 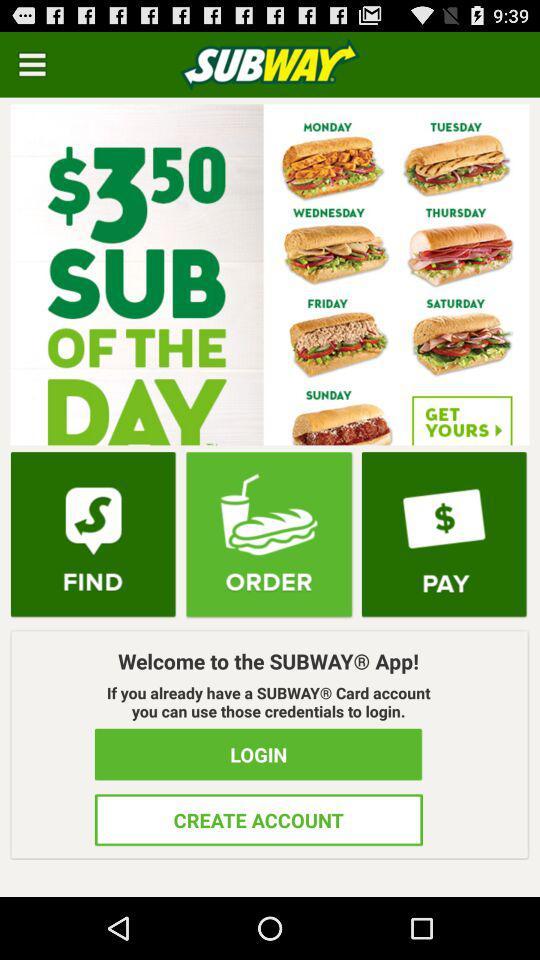 What do you see at coordinates (270, 273) in the screenshot?
I see `get 3.50 sub of the day` at bounding box center [270, 273].